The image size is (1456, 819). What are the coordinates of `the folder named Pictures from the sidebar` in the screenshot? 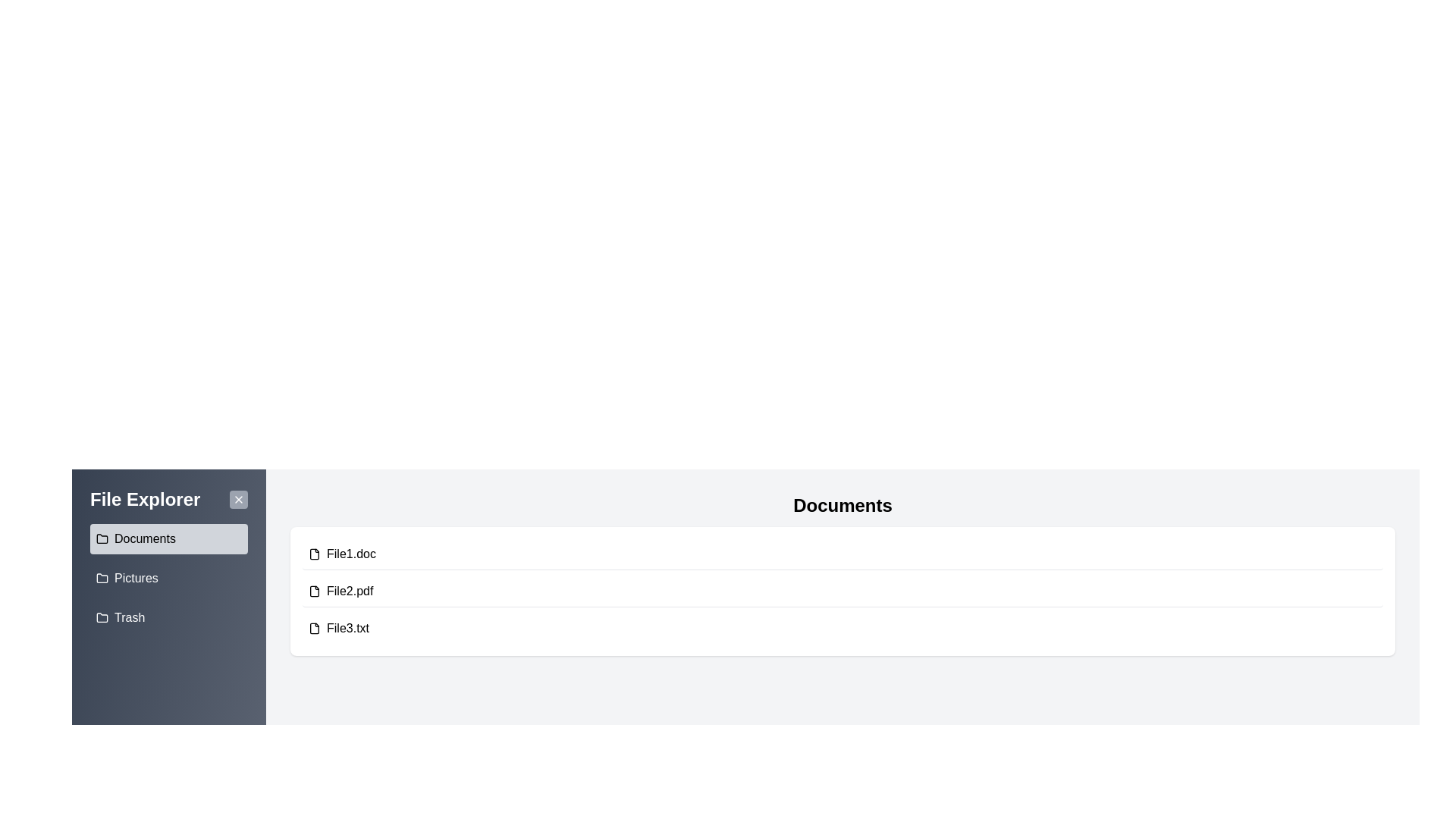 It's located at (168, 579).